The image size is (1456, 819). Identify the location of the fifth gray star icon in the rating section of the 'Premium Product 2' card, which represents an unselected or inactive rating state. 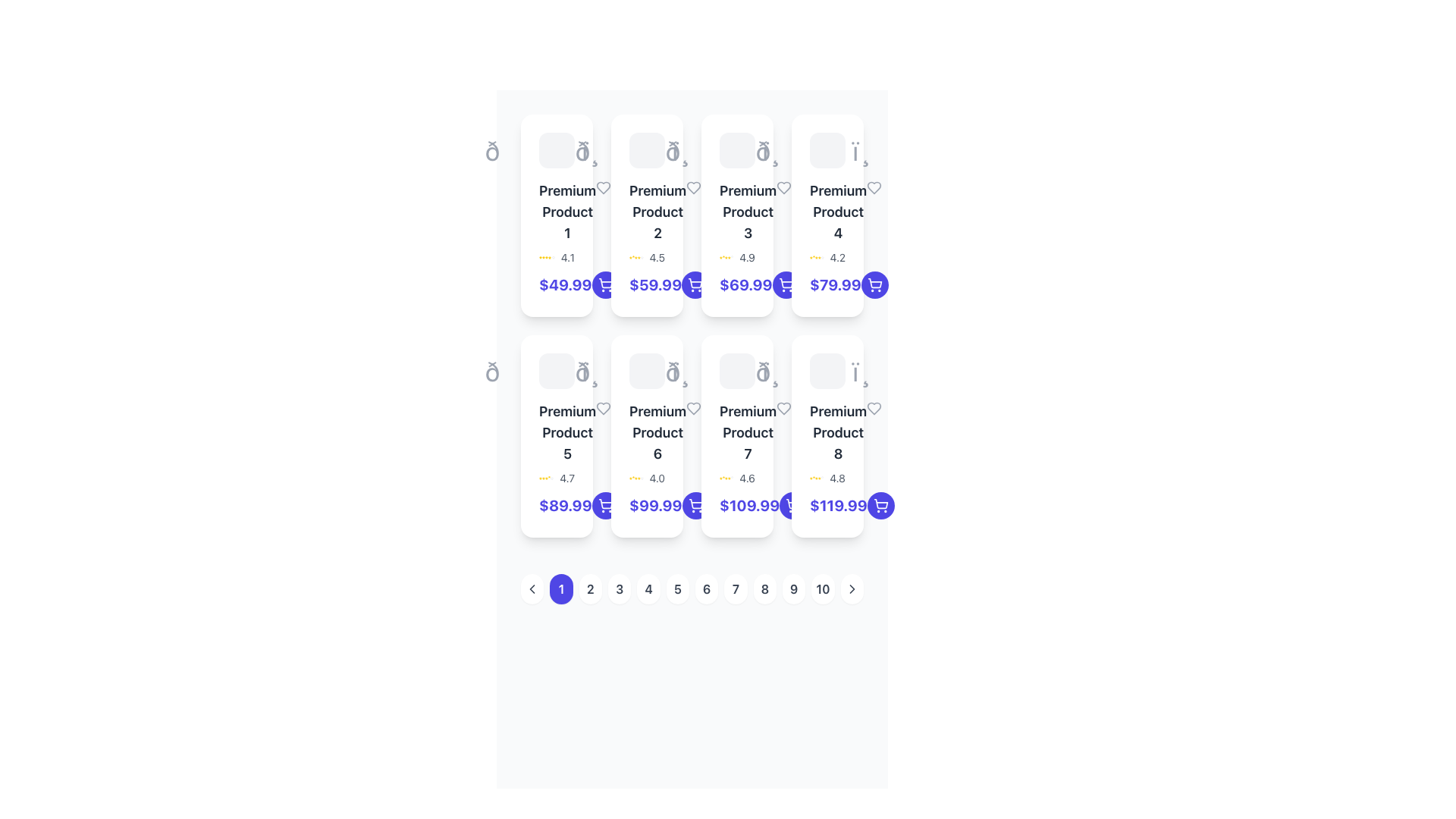
(642, 256).